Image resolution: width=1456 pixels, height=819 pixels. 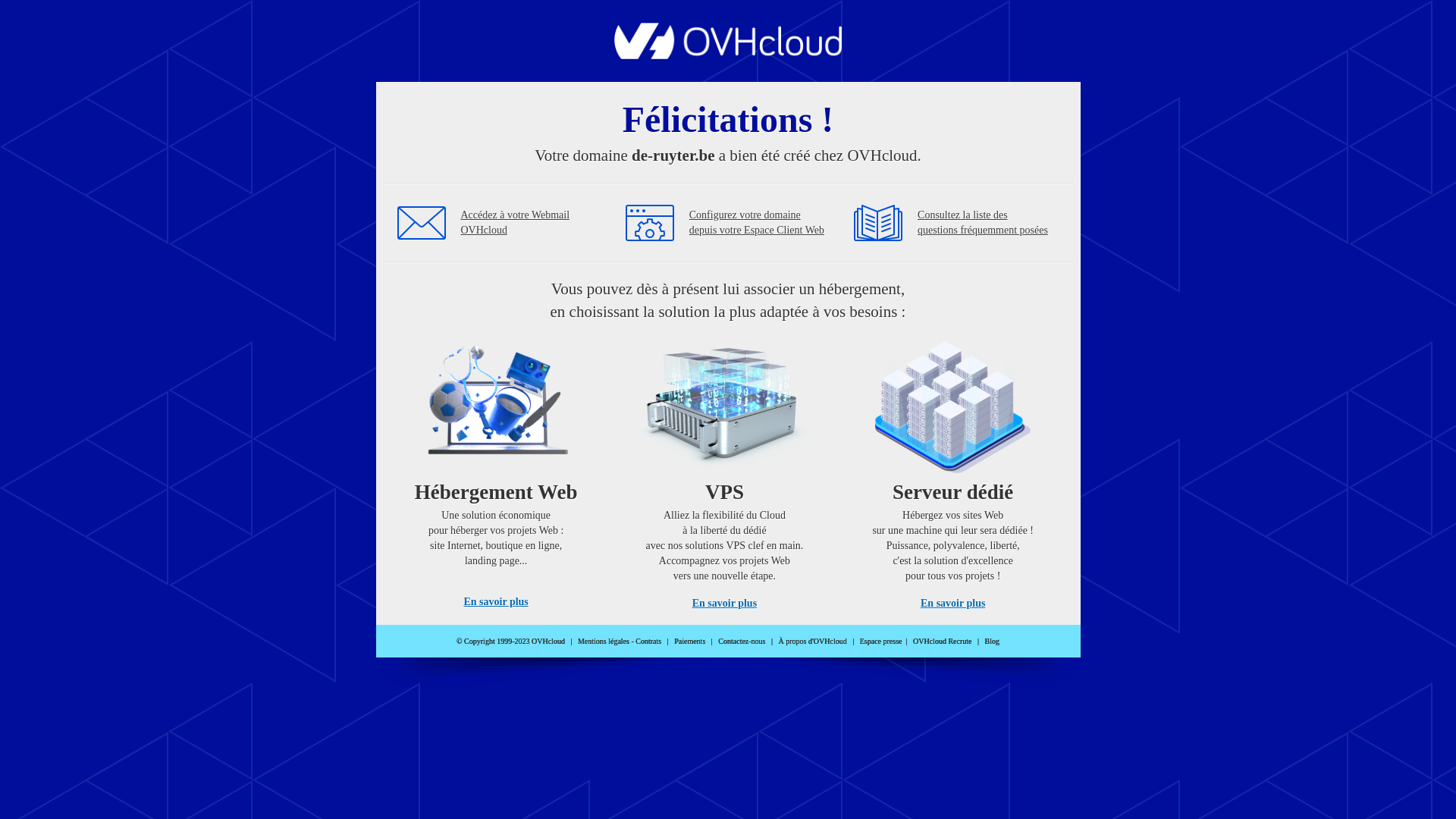 What do you see at coordinates (992, 641) in the screenshot?
I see `'Blog'` at bounding box center [992, 641].